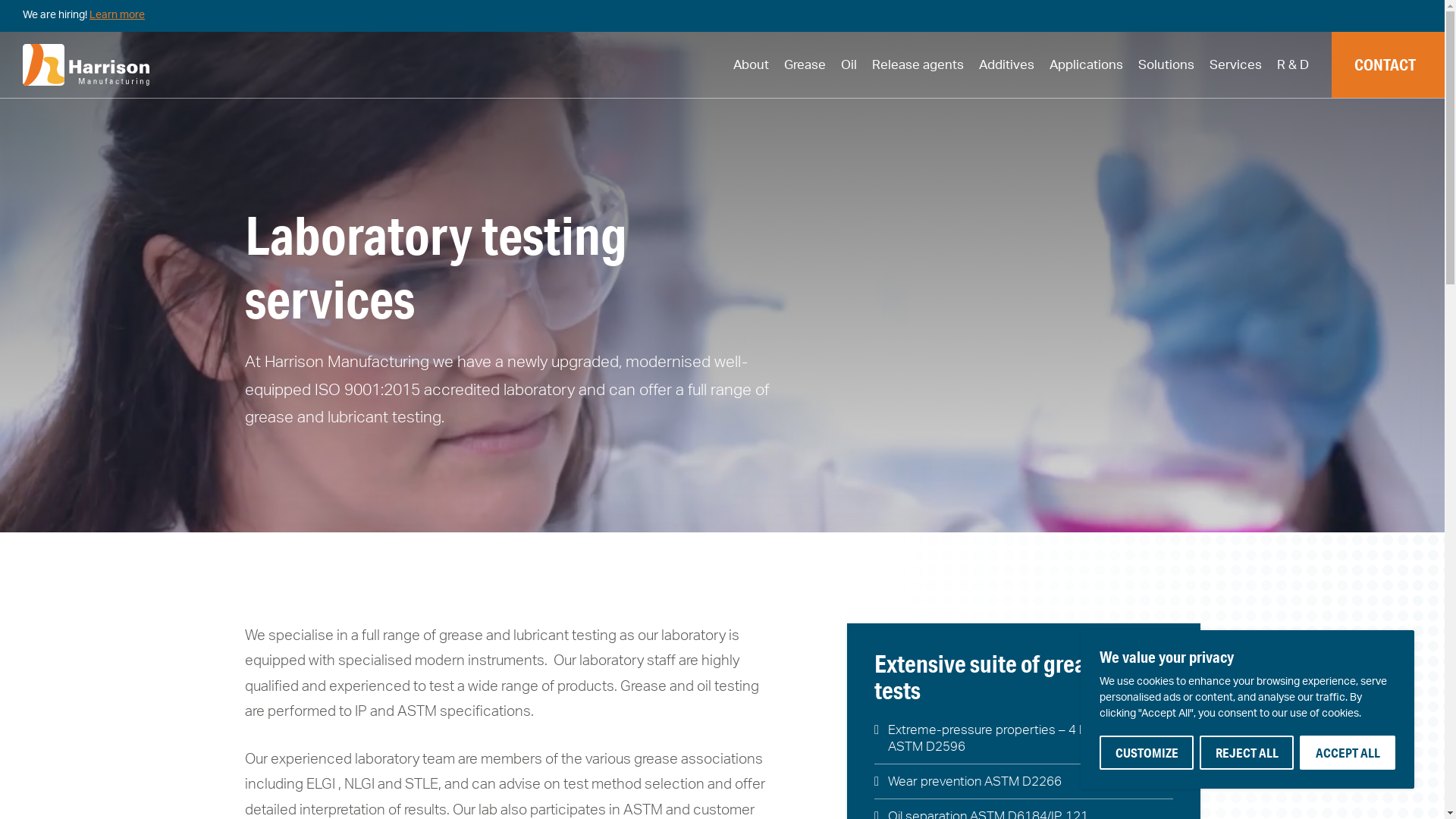  I want to click on 'Solutions', so click(1165, 64).